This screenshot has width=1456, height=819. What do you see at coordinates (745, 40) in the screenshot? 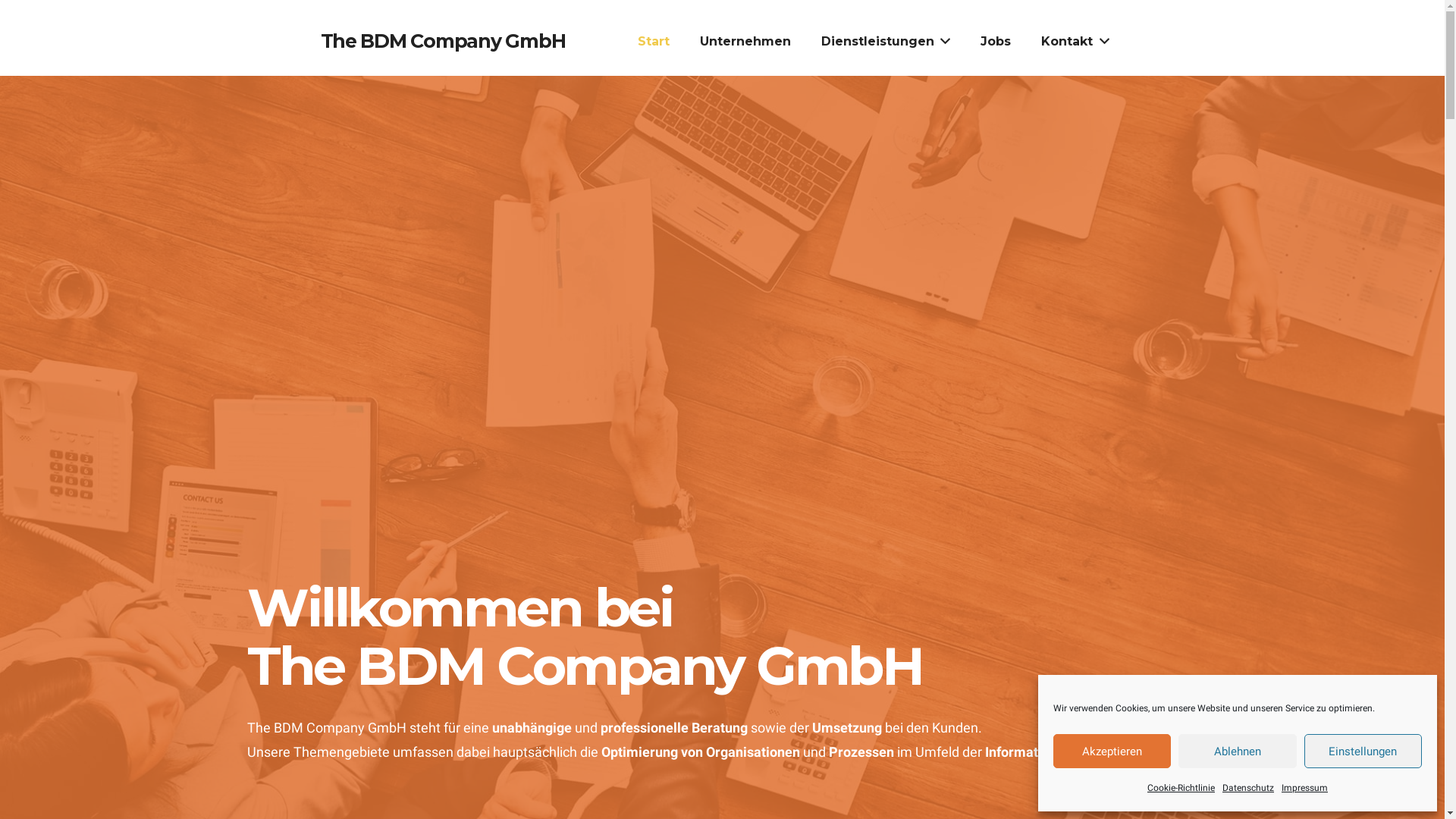
I see `'Unternehmen'` at bounding box center [745, 40].